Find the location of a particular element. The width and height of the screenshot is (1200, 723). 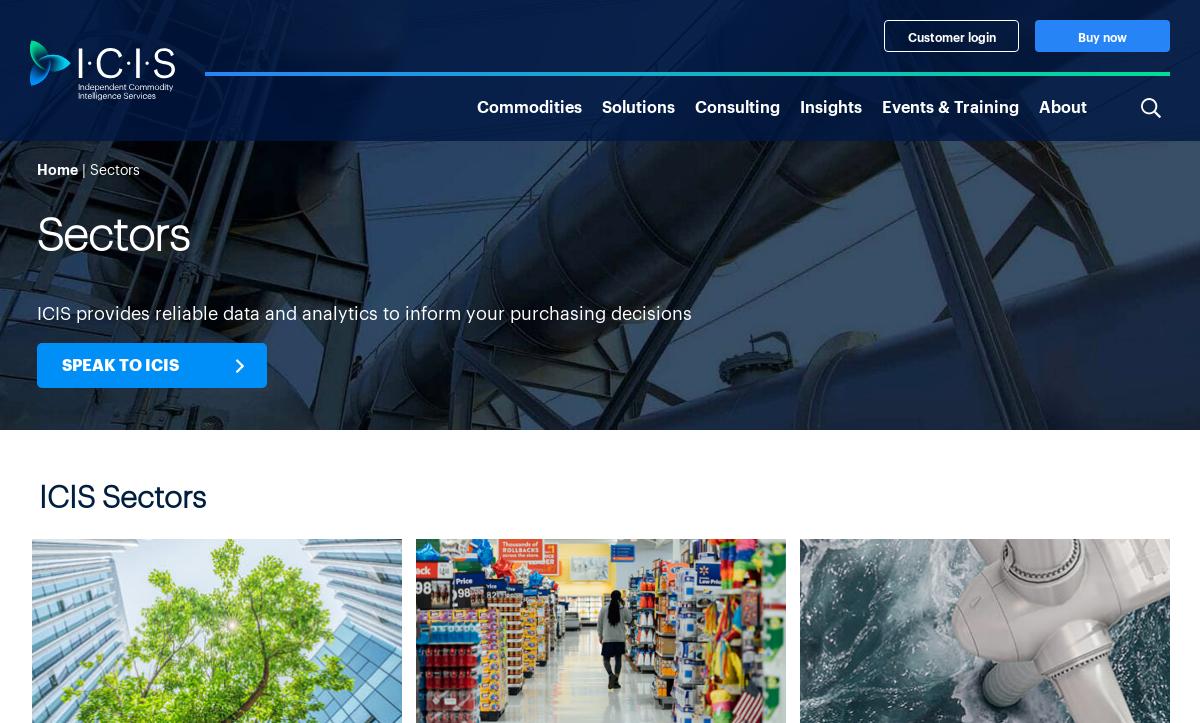

'Commodities' is located at coordinates (528, 103).